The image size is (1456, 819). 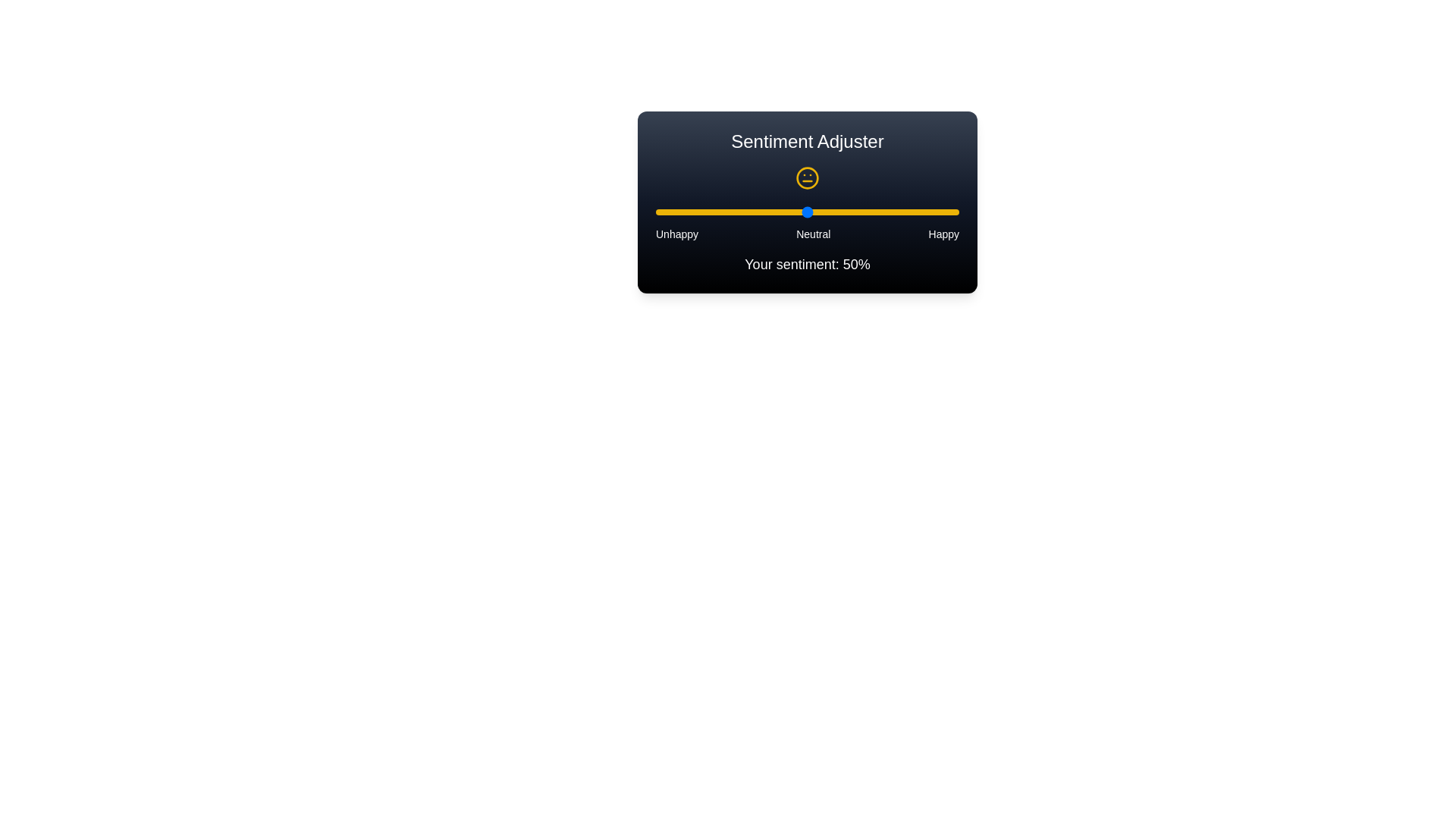 What do you see at coordinates (821, 212) in the screenshot?
I see `the slider to set the sentiment value to 55` at bounding box center [821, 212].